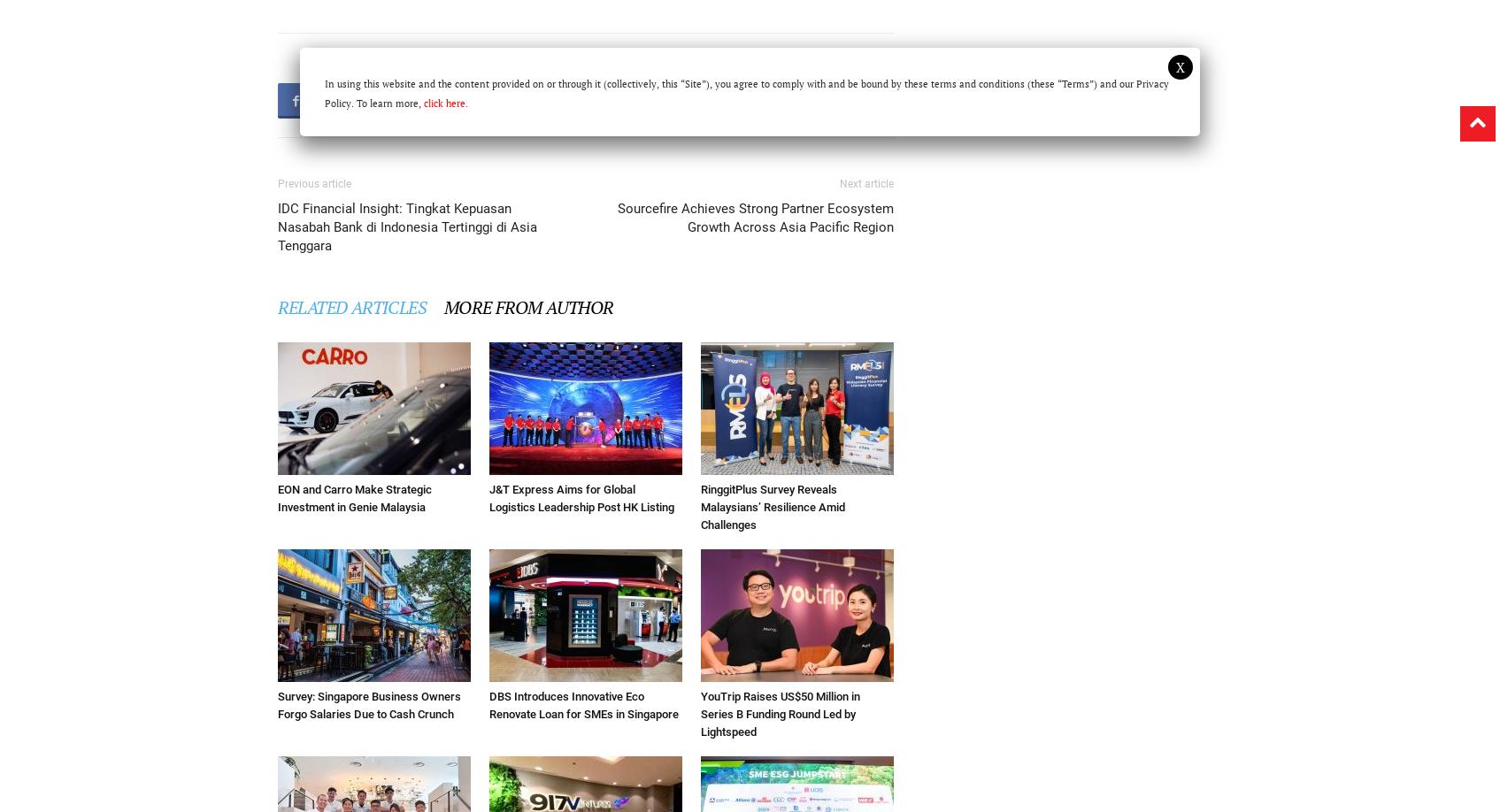 The height and width of the screenshot is (812, 1500). What do you see at coordinates (662, 98) in the screenshot?
I see `'WhatsApp'` at bounding box center [662, 98].